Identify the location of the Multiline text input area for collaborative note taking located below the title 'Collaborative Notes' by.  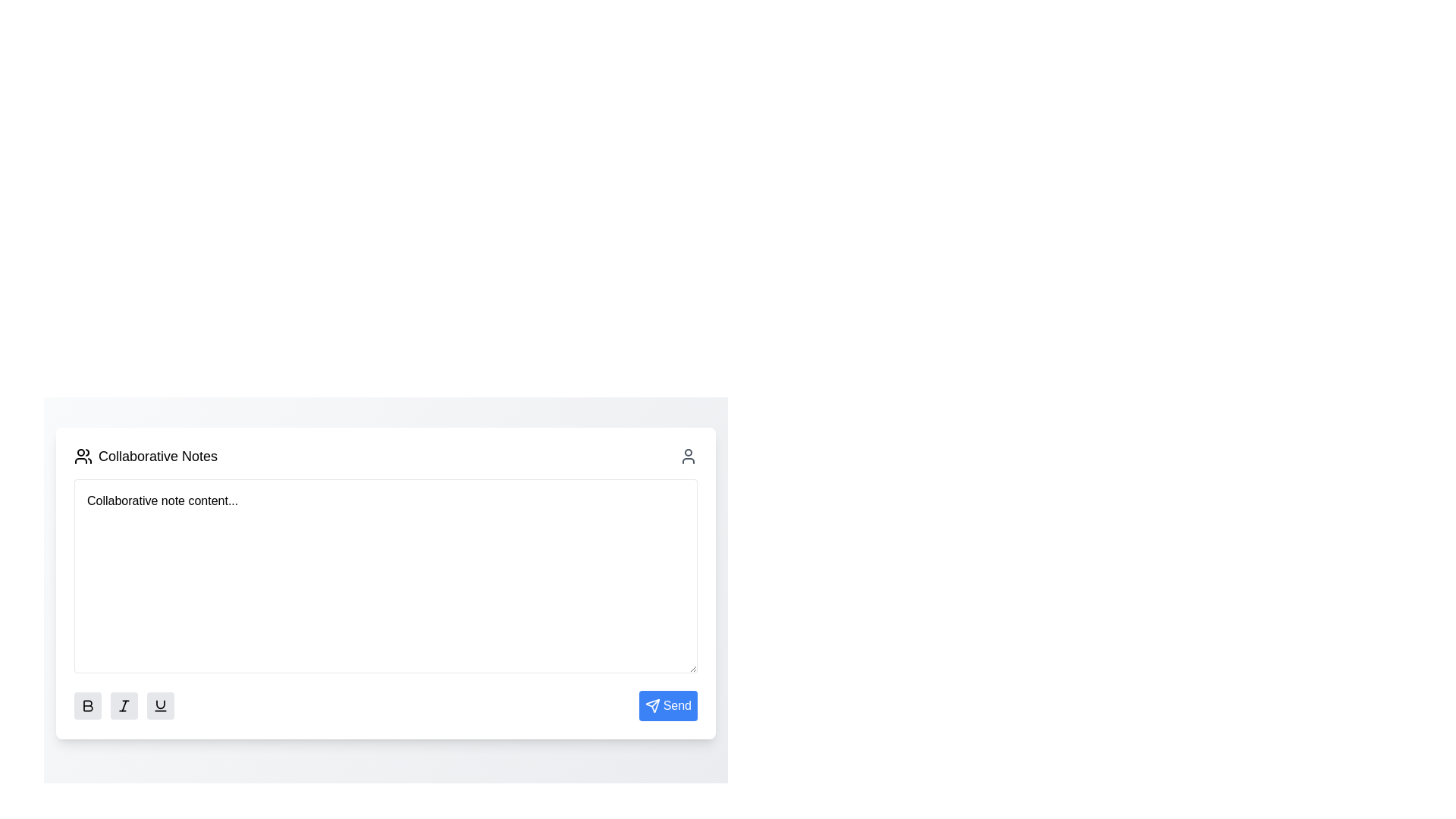
(385, 576).